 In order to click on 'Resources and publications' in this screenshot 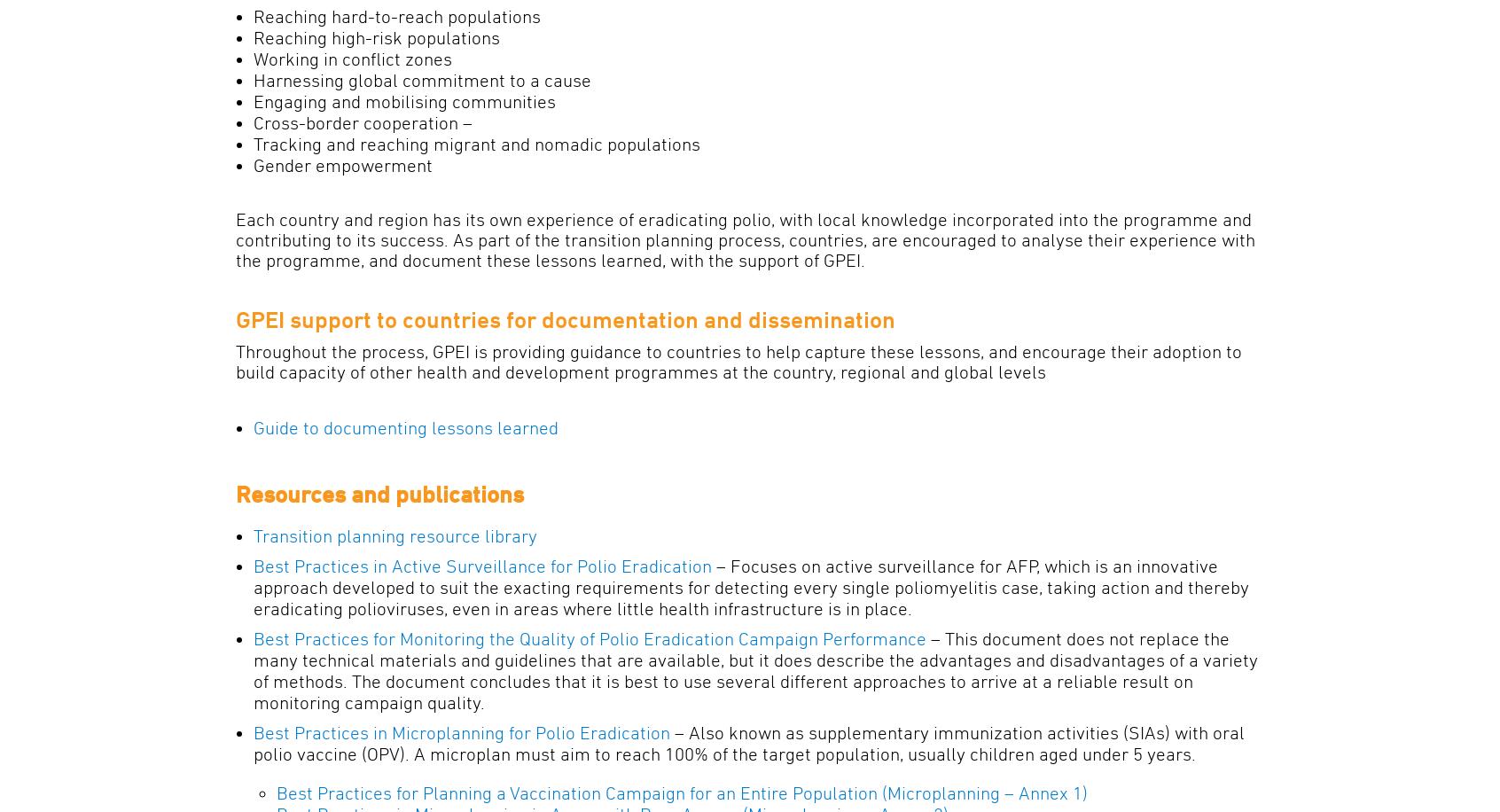, I will do `click(235, 493)`.